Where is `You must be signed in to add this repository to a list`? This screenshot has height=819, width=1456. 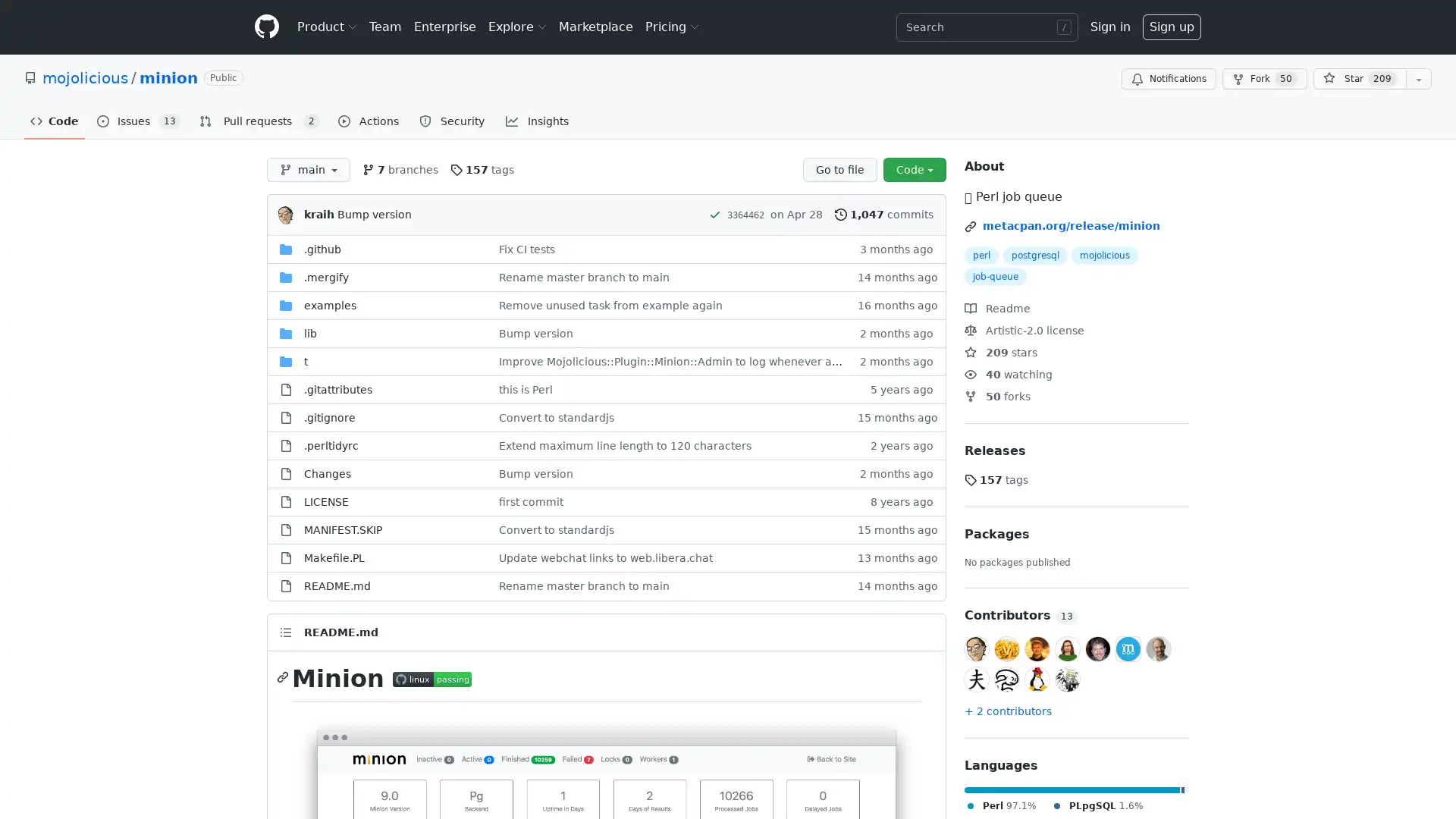
You must be signed in to add this repository to a list is located at coordinates (1418, 79).